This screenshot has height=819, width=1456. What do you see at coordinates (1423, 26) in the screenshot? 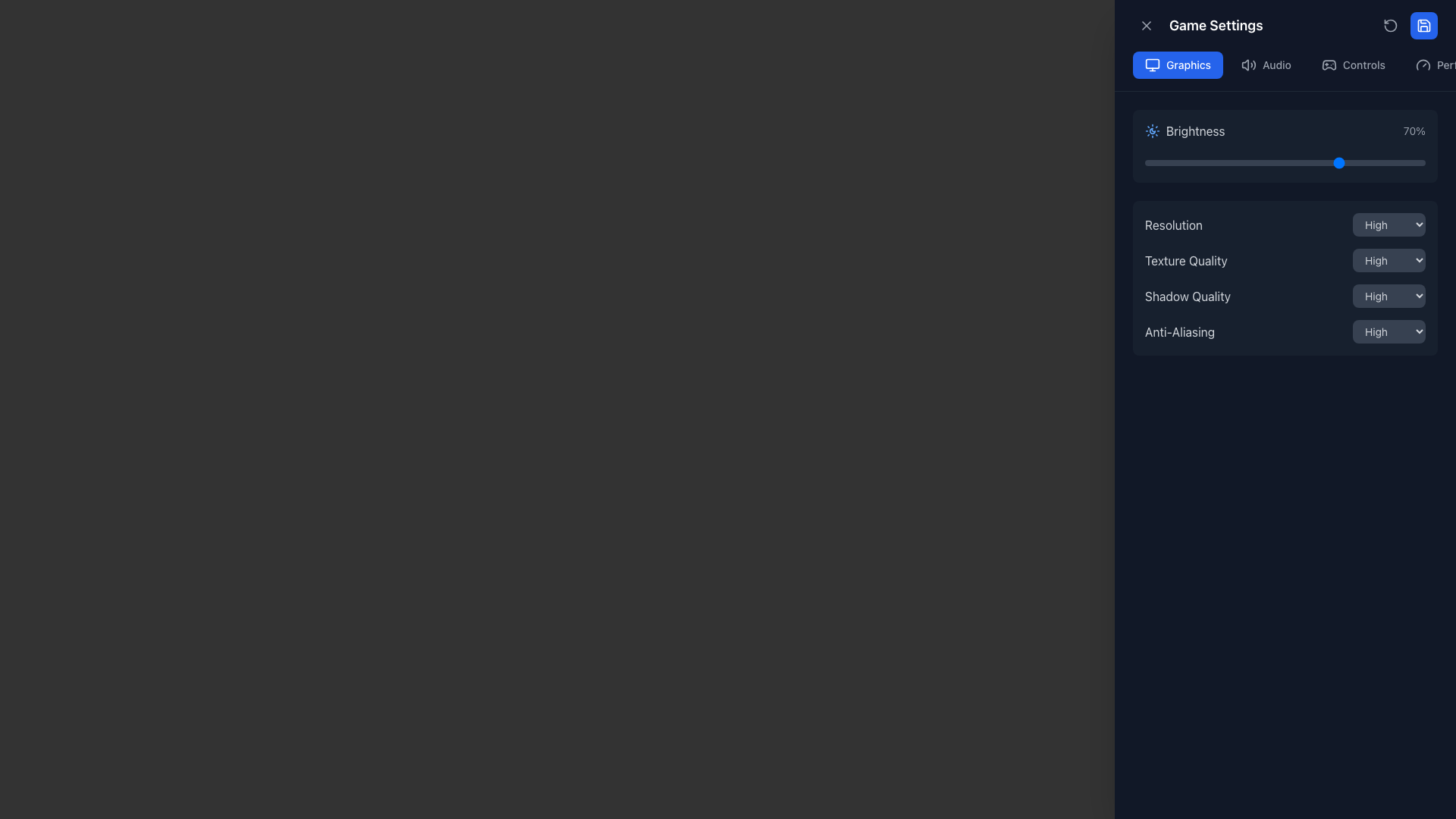
I see `the Save icon, which is a small blue floppy disk symbol located inside a button in the top-right corner of the interface` at bounding box center [1423, 26].